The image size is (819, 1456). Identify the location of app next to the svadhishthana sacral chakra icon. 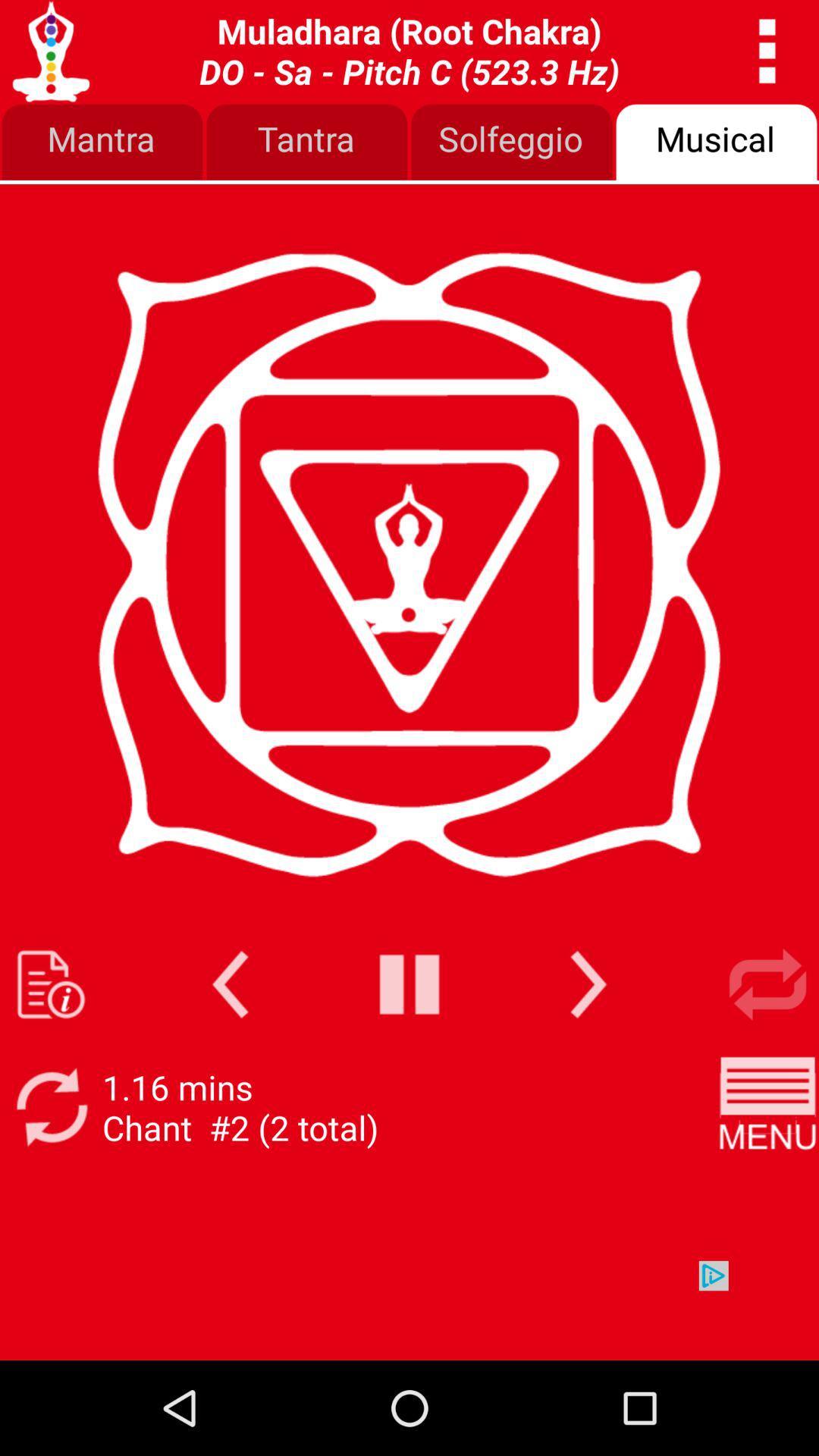
(767, 51).